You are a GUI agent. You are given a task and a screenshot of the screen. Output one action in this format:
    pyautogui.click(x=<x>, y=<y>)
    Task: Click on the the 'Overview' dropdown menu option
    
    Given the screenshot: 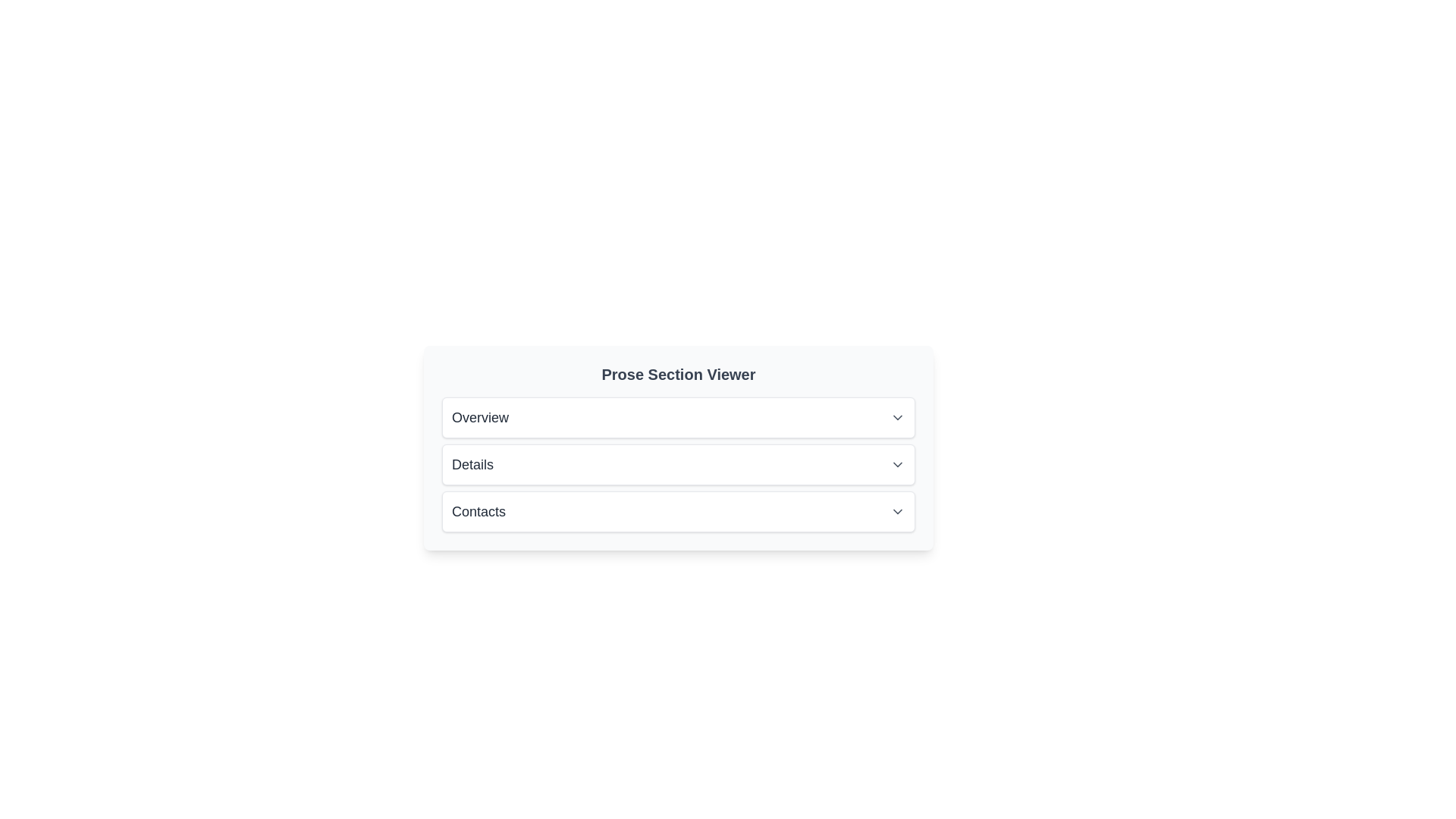 What is the action you would take?
    pyautogui.click(x=677, y=418)
    